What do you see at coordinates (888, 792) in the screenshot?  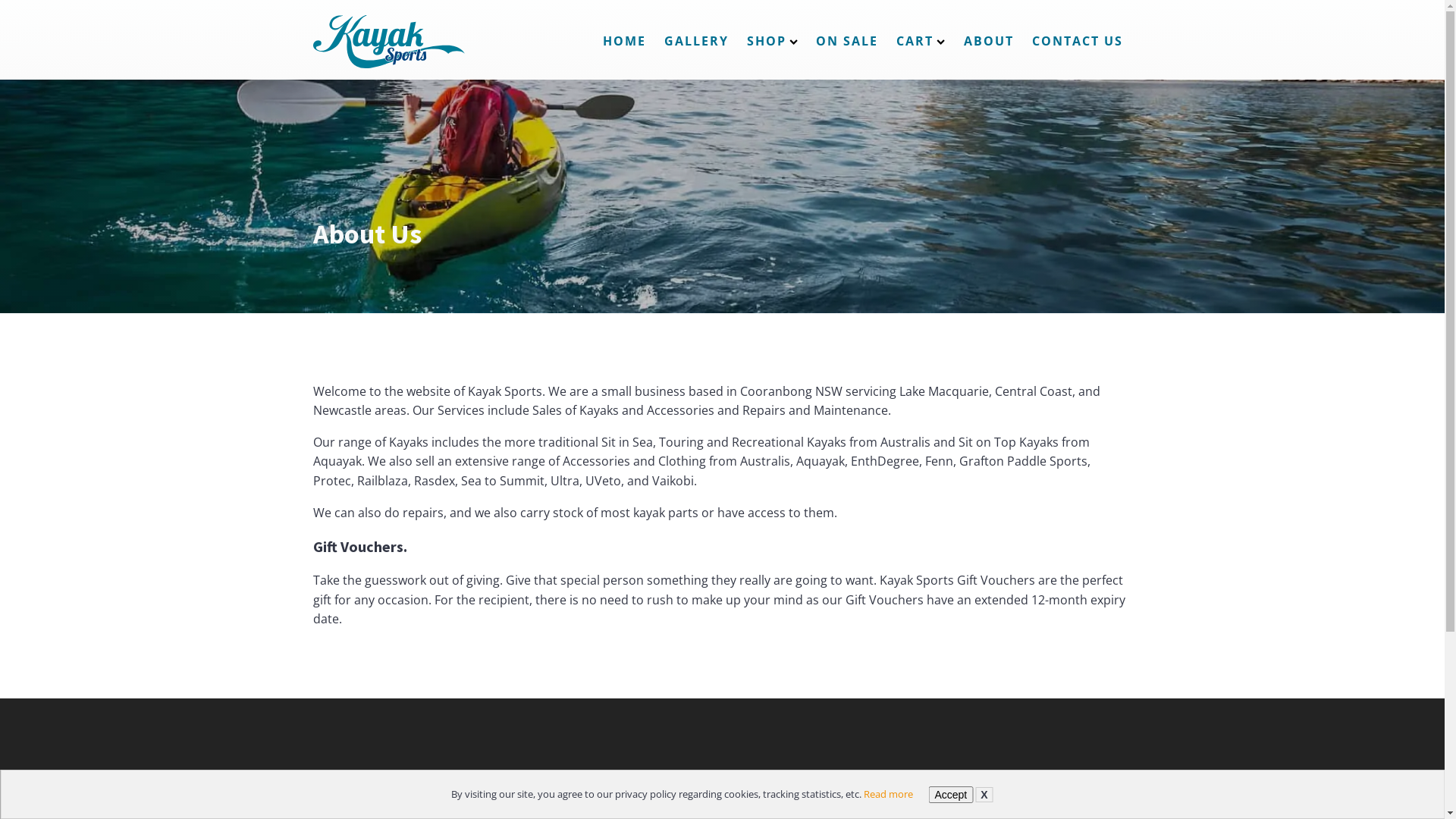 I see `'Read more'` at bounding box center [888, 792].